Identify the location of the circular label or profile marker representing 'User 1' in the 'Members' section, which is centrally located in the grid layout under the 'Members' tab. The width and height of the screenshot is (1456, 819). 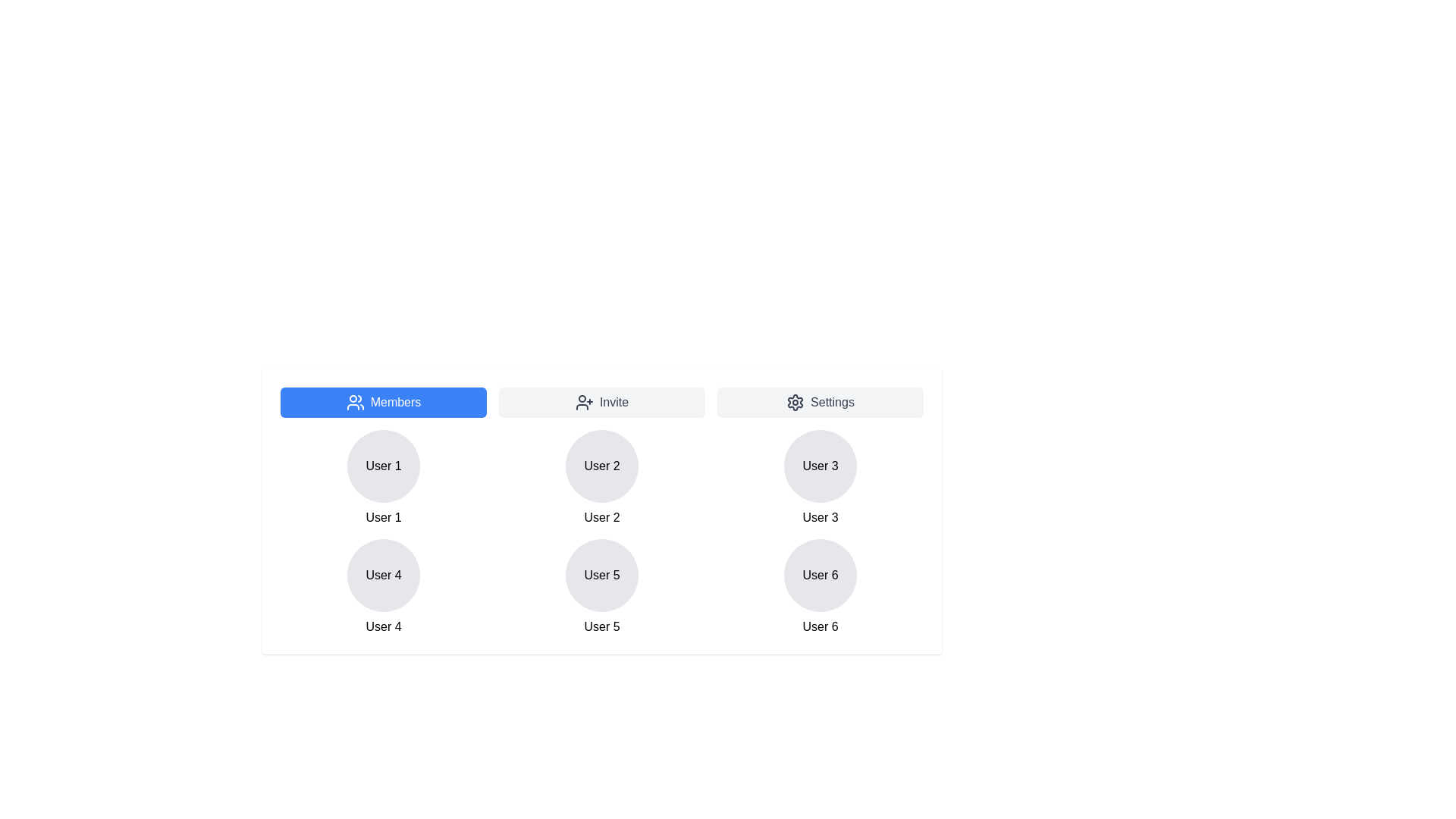
(383, 465).